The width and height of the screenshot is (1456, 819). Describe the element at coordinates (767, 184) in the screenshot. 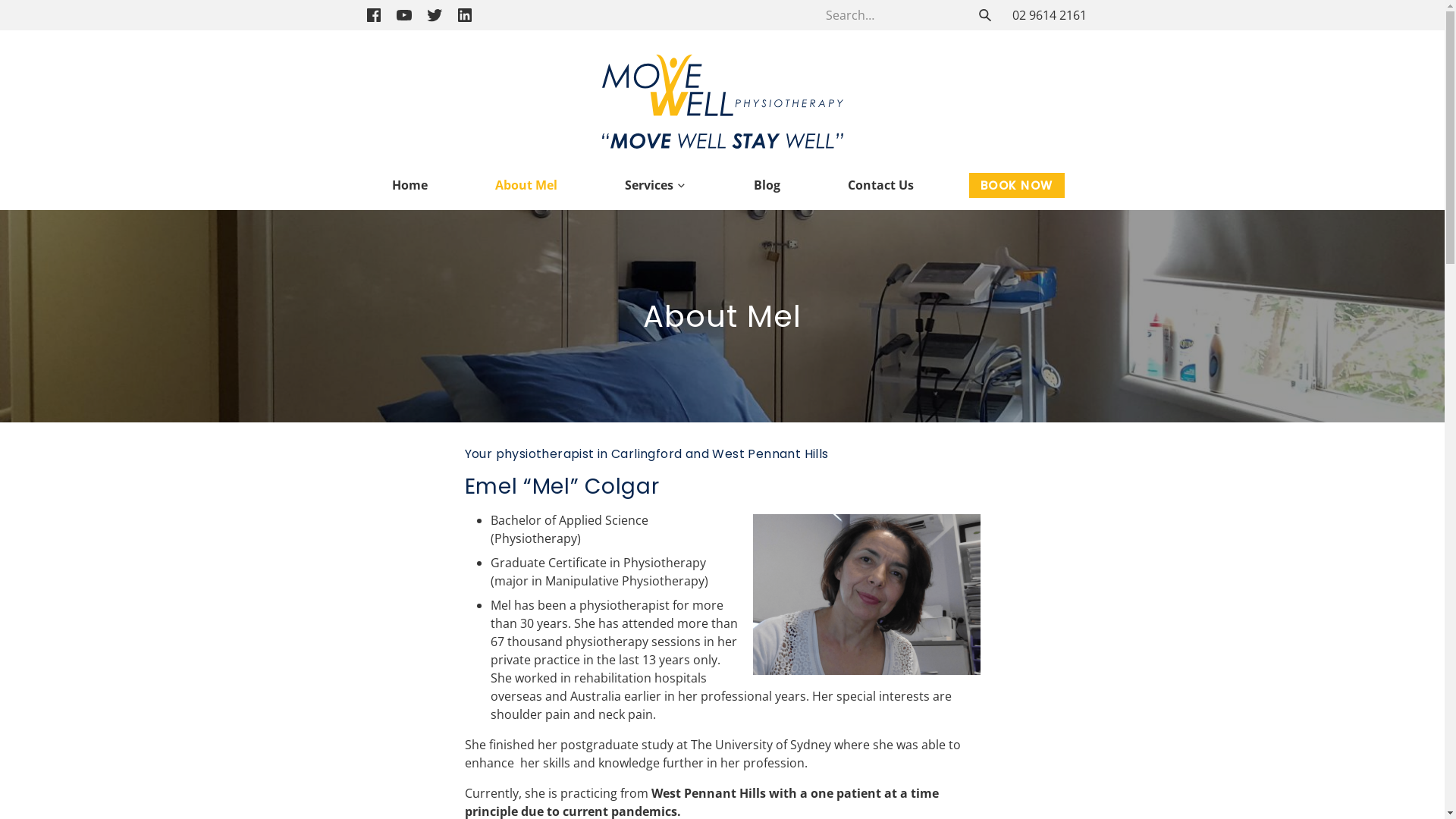

I see `'Blog'` at that location.